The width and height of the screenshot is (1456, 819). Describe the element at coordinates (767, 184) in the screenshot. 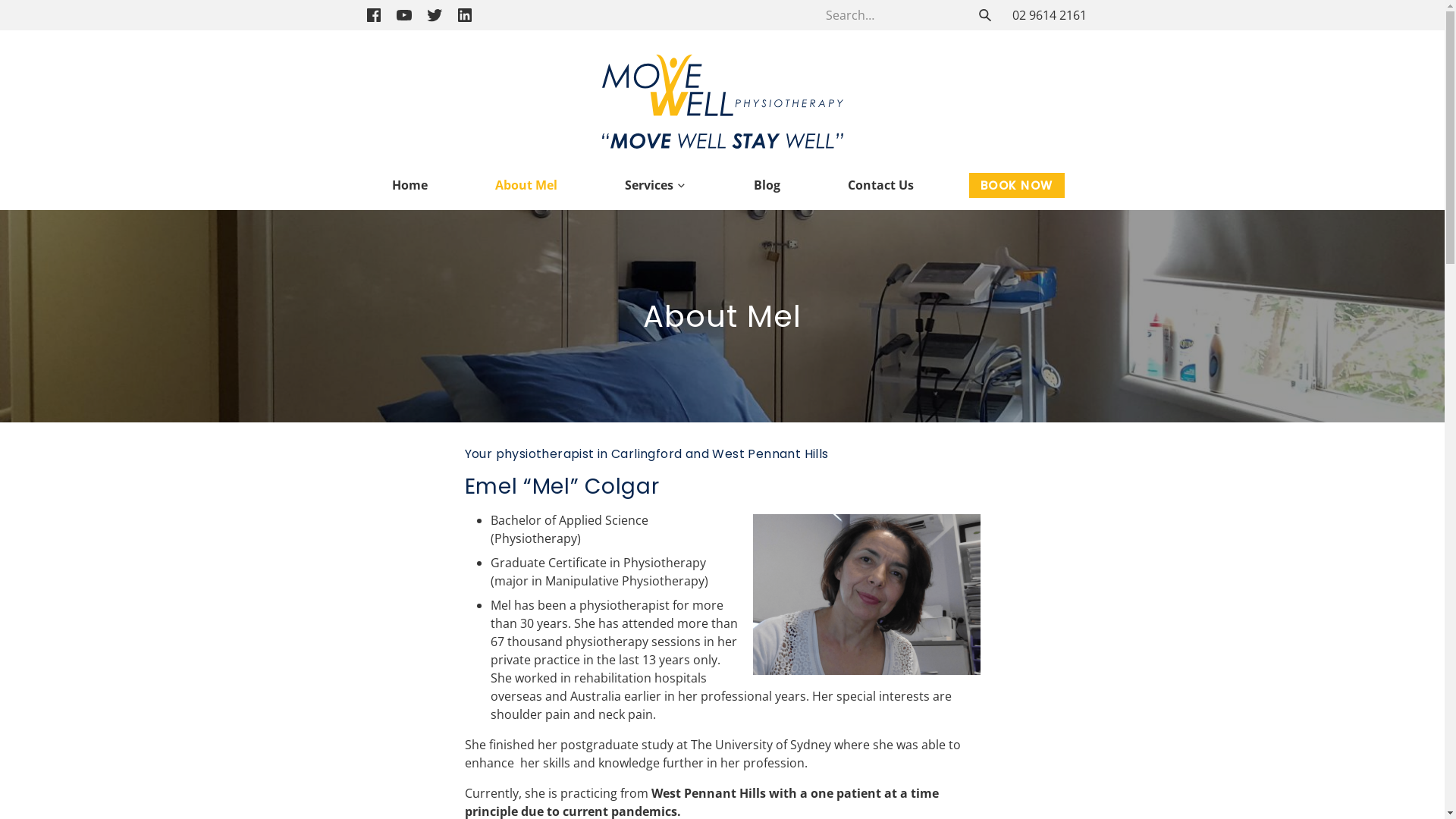

I see `'Blog'` at that location.